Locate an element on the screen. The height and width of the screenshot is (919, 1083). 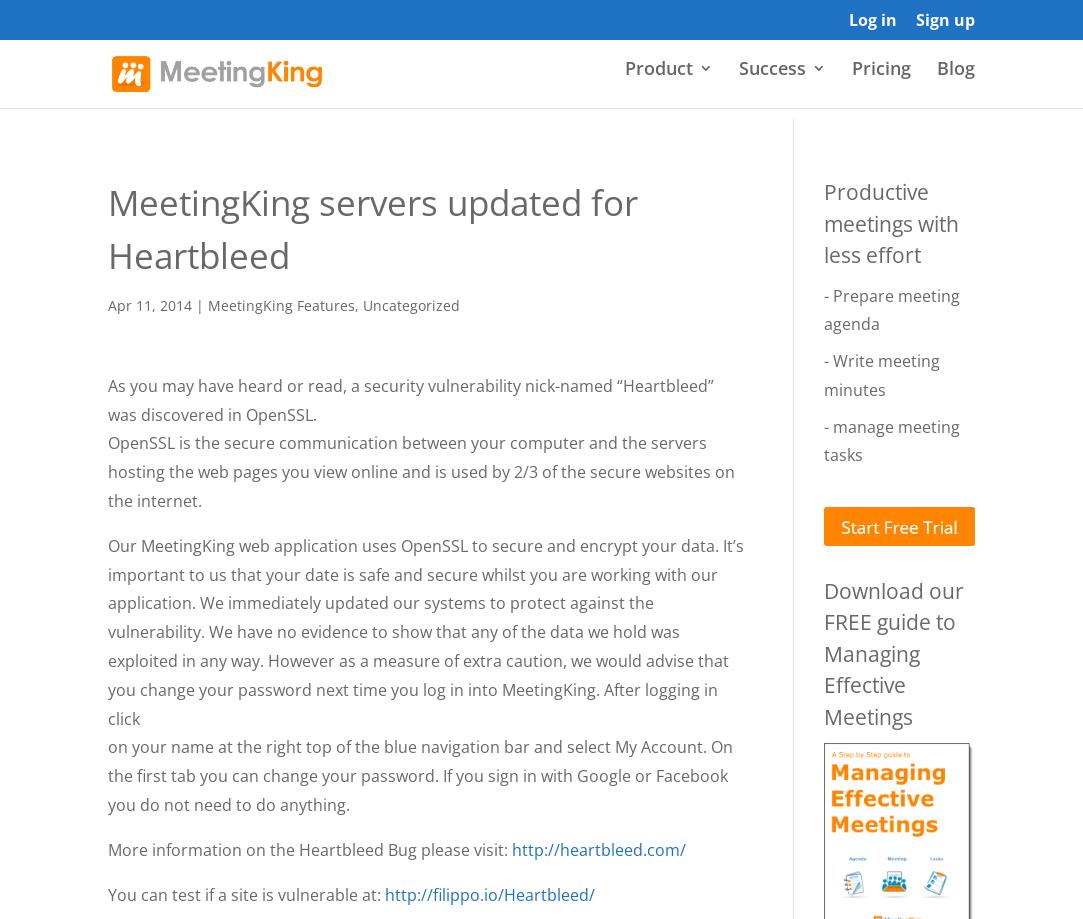
'Tour' is located at coordinates (683, 230).